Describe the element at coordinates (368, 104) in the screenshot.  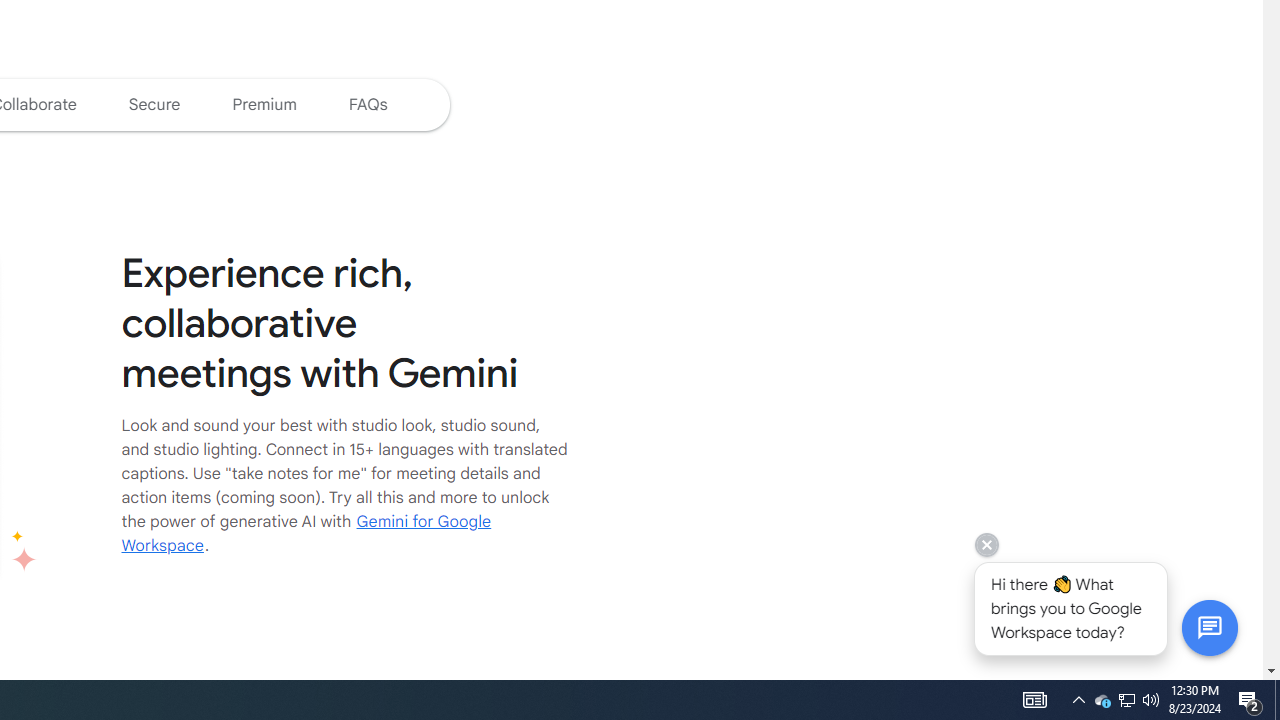
I see `'Jump to the Google Meet FAQs'` at that location.